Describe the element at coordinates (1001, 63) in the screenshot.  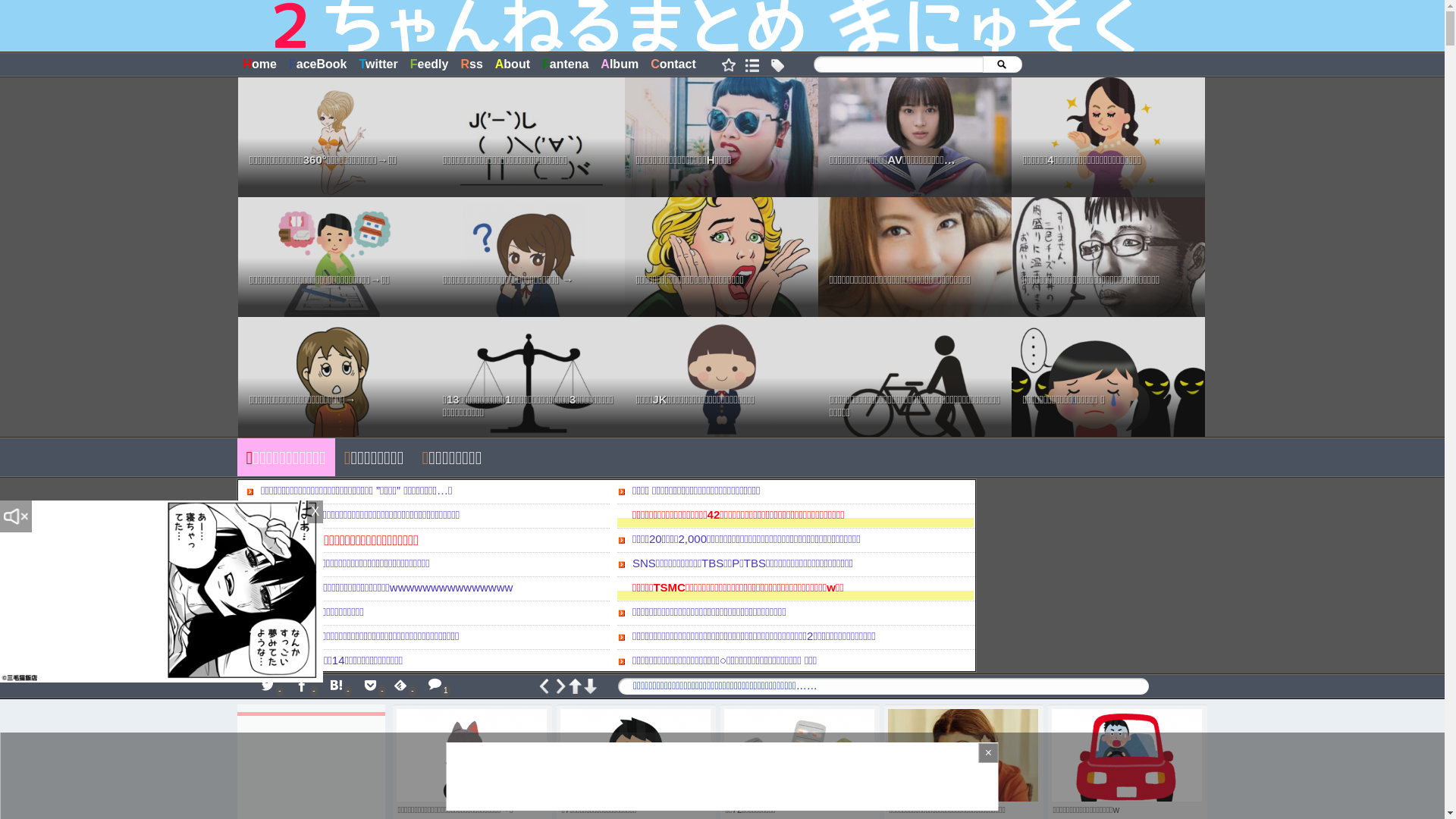
I see `'Search'` at that location.